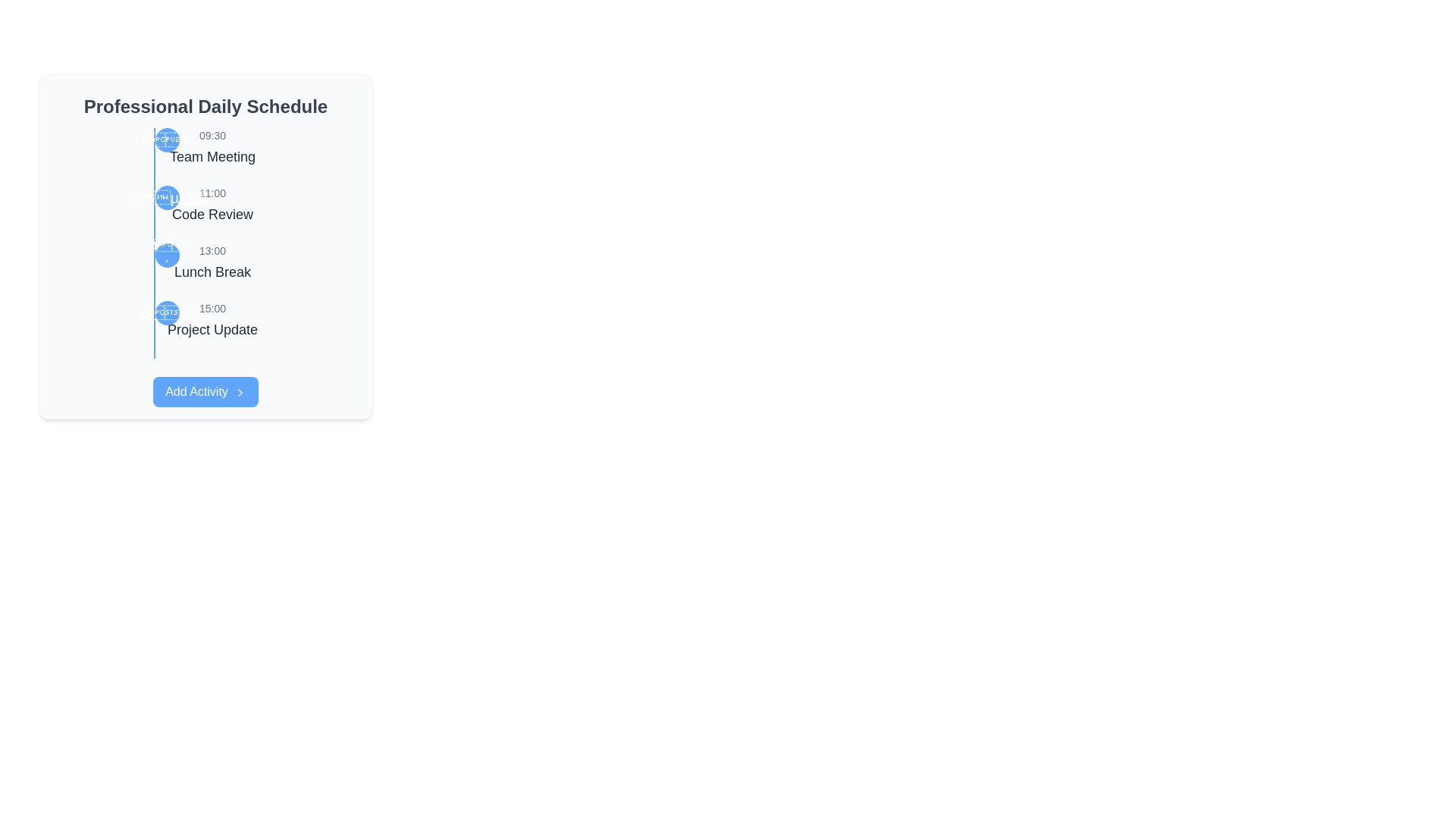 This screenshot has width=1456, height=819. I want to click on the 'Code Review' icon in the 'Professional Daily Schedule' interface, located next to the '11:00 Code Review' activity entry, so click(167, 197).